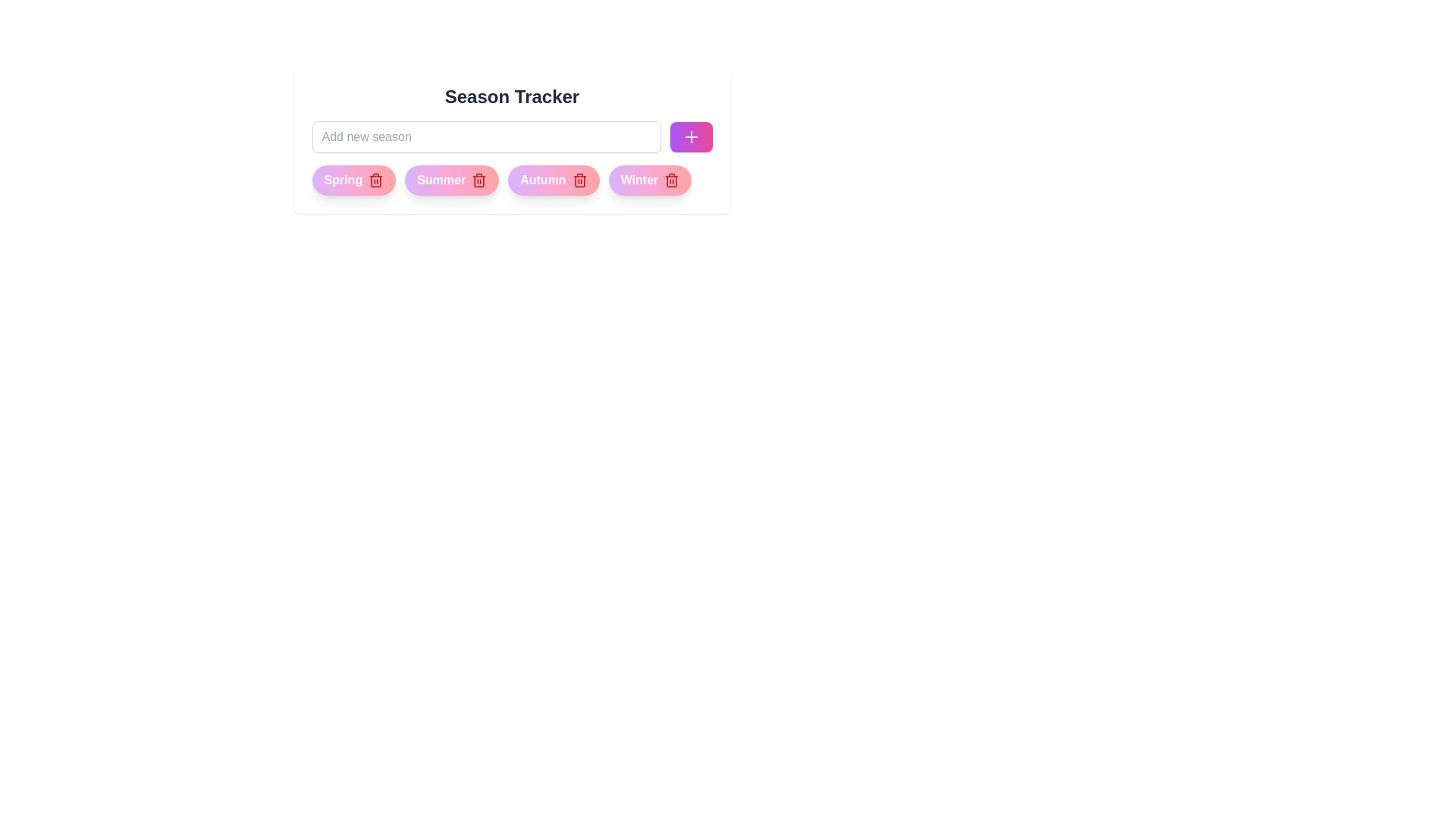  I want to click on the text in the input field to 13, so click(486, 137).